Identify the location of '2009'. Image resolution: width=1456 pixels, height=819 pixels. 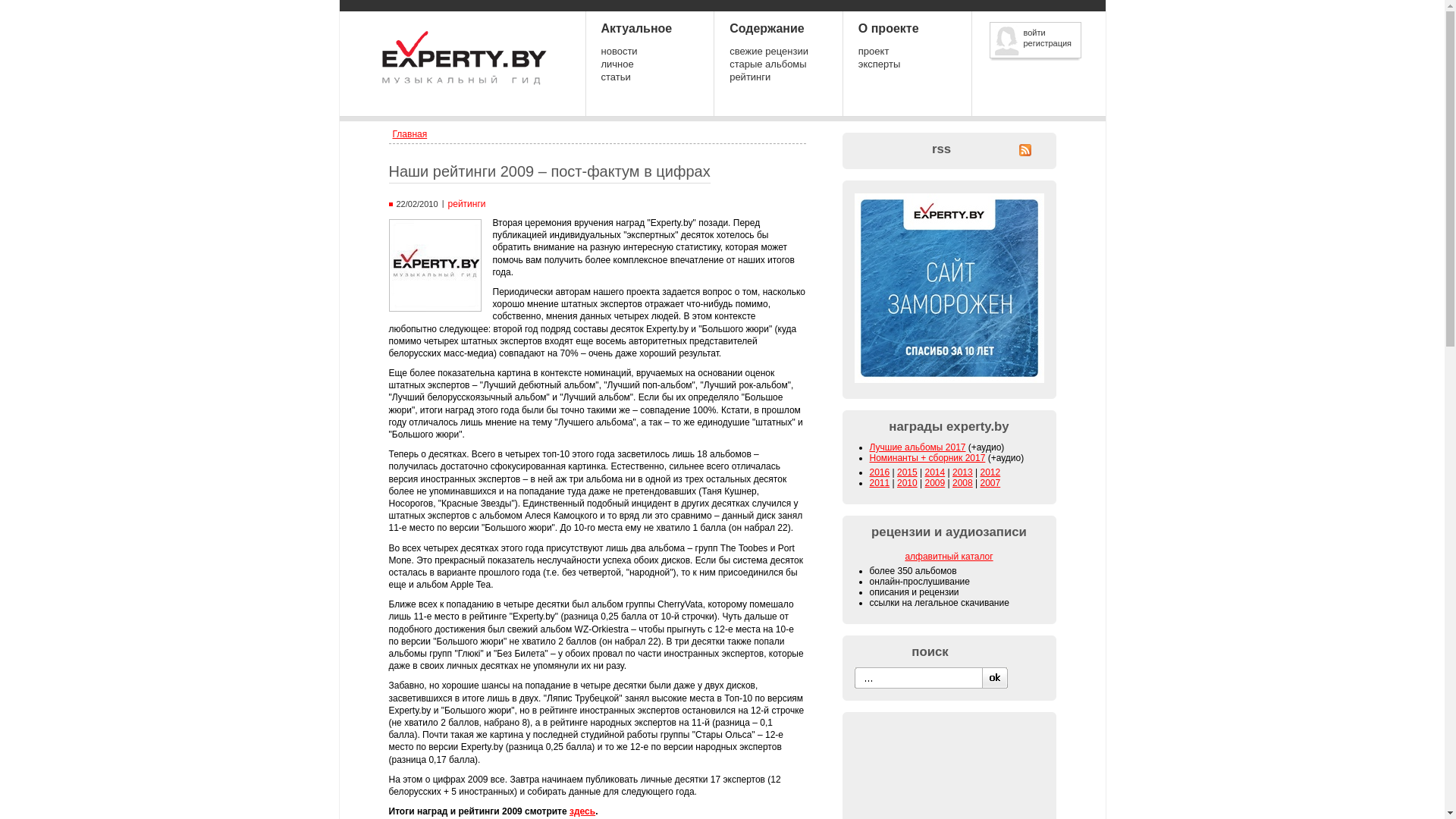
(934, 482).